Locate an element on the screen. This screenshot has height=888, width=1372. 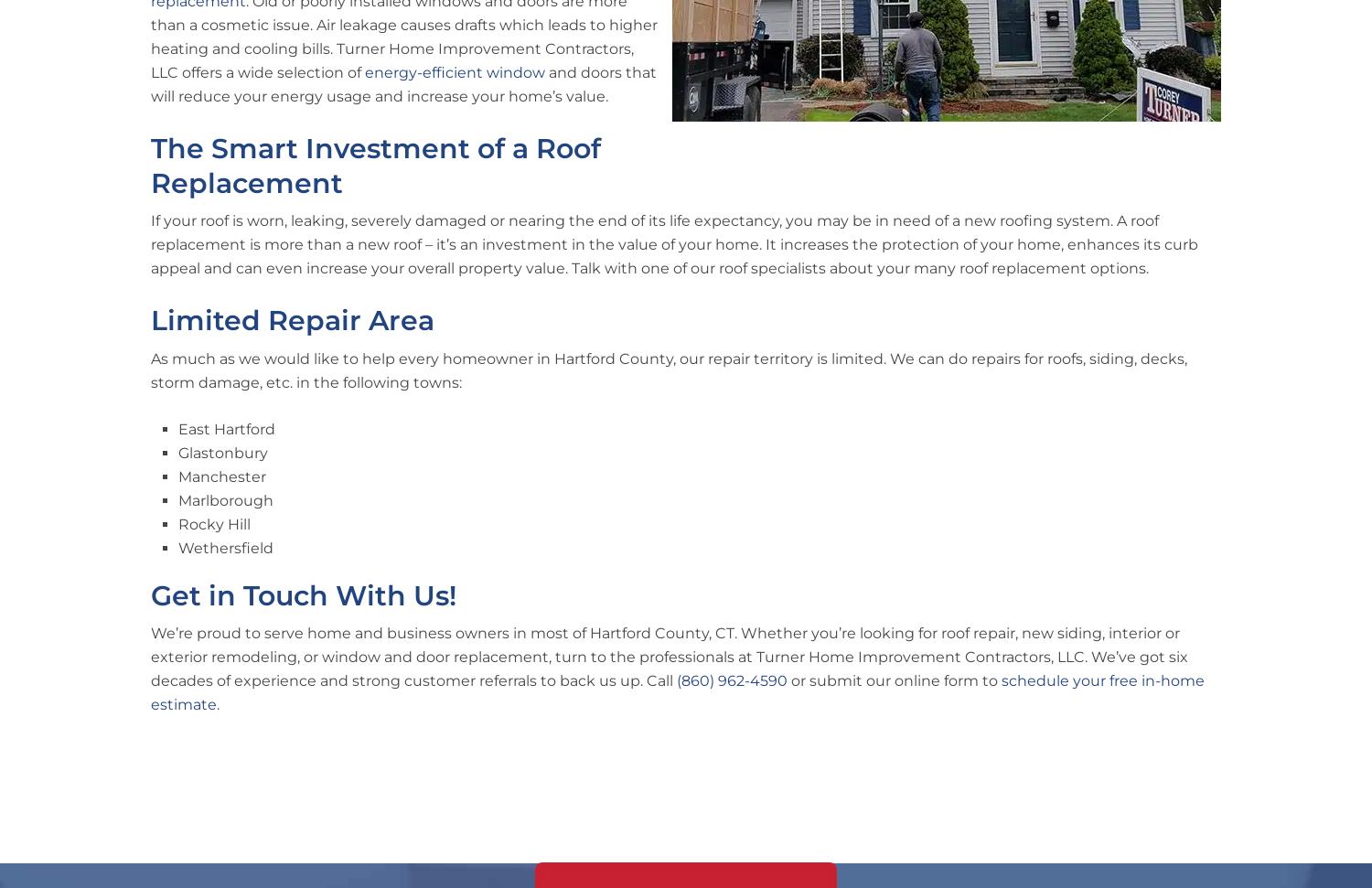
'Limited Repair Area' is located at coordinates (291, 320).